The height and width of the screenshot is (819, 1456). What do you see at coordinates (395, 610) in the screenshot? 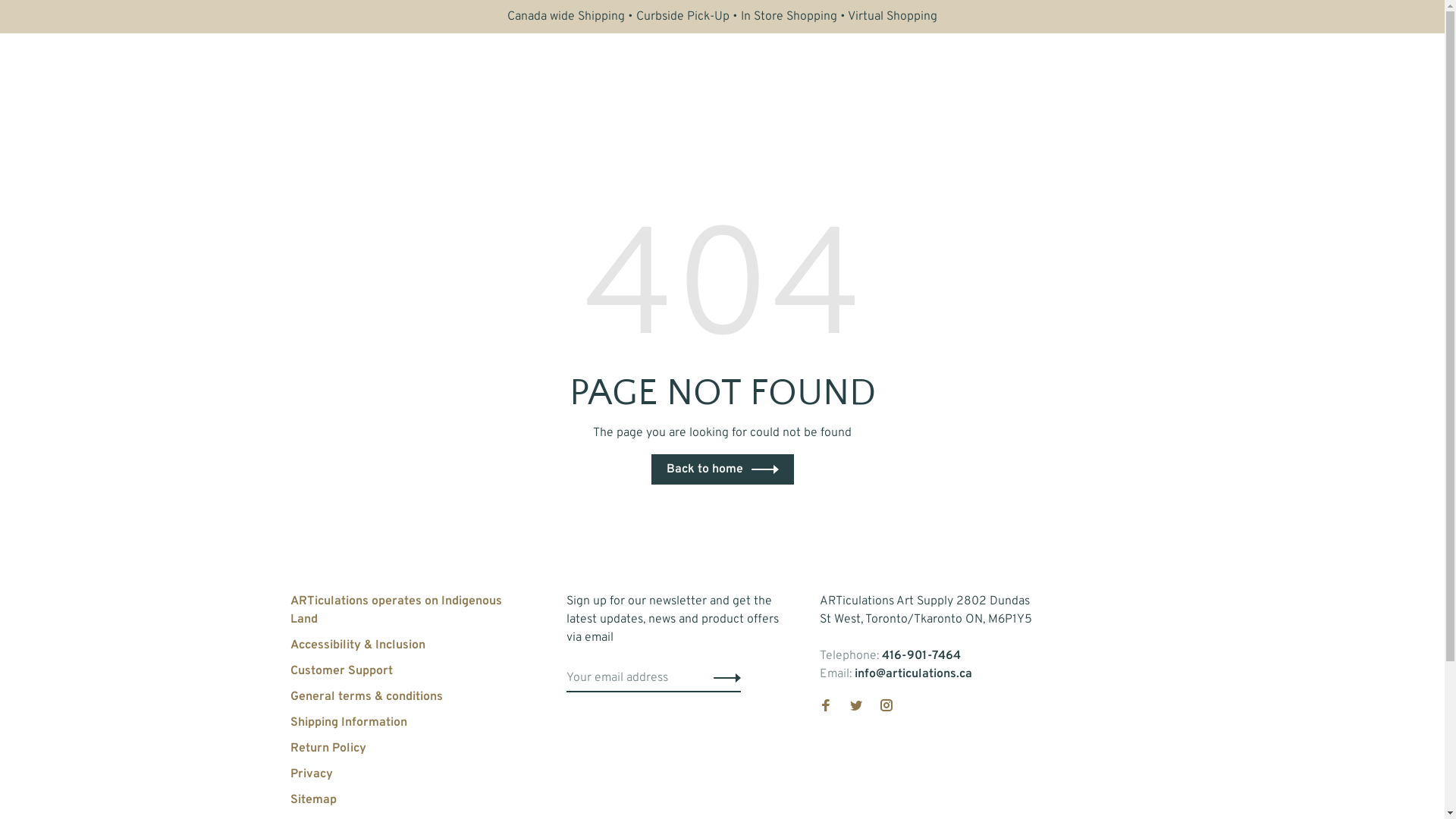
I see `'ARTiculations operates on Indigenous Land'` at bounding box center [395, 610].